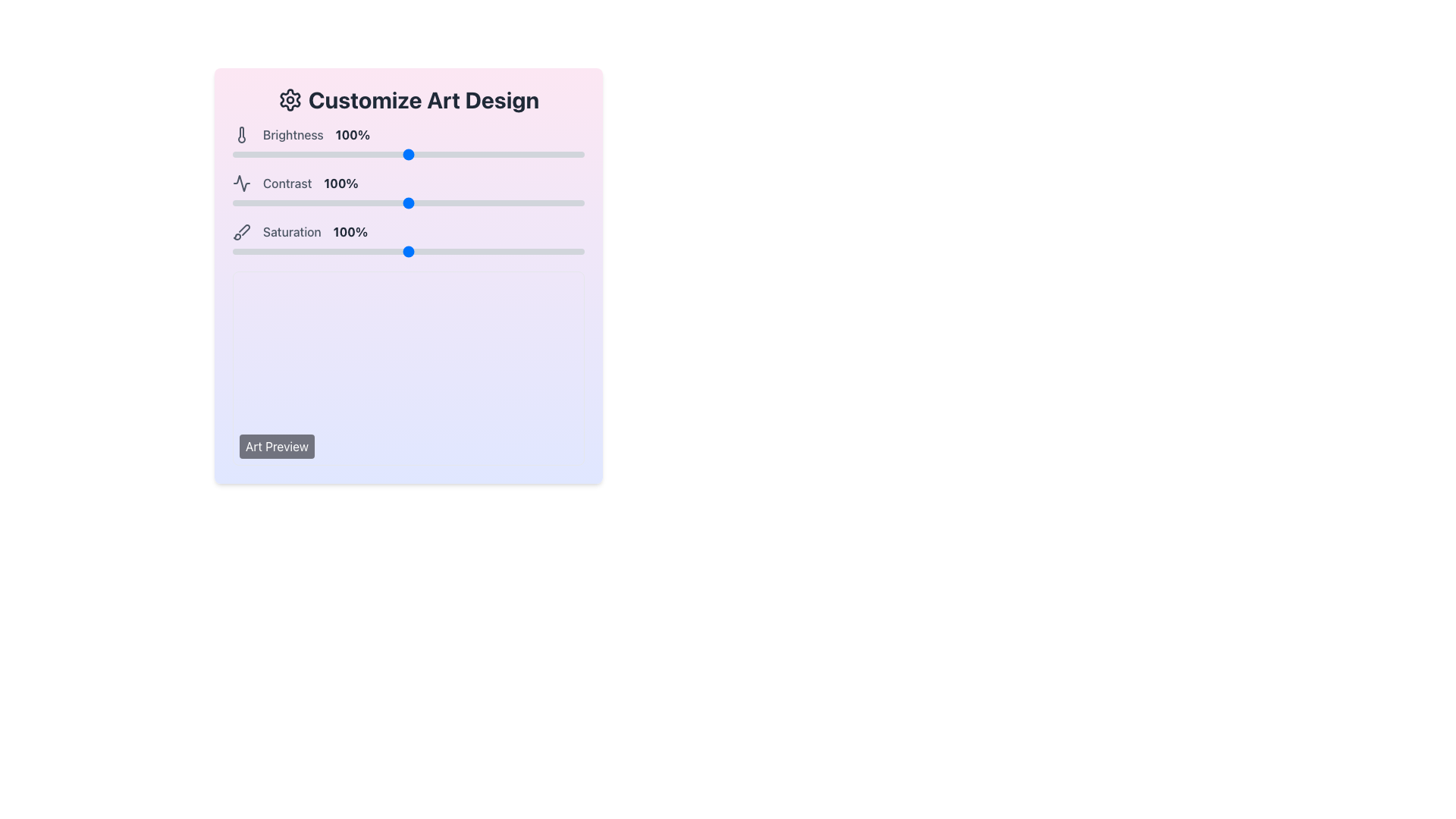  Describe the element at coordinates (560, 155) in the screenshot. I see `brightness` at that location.